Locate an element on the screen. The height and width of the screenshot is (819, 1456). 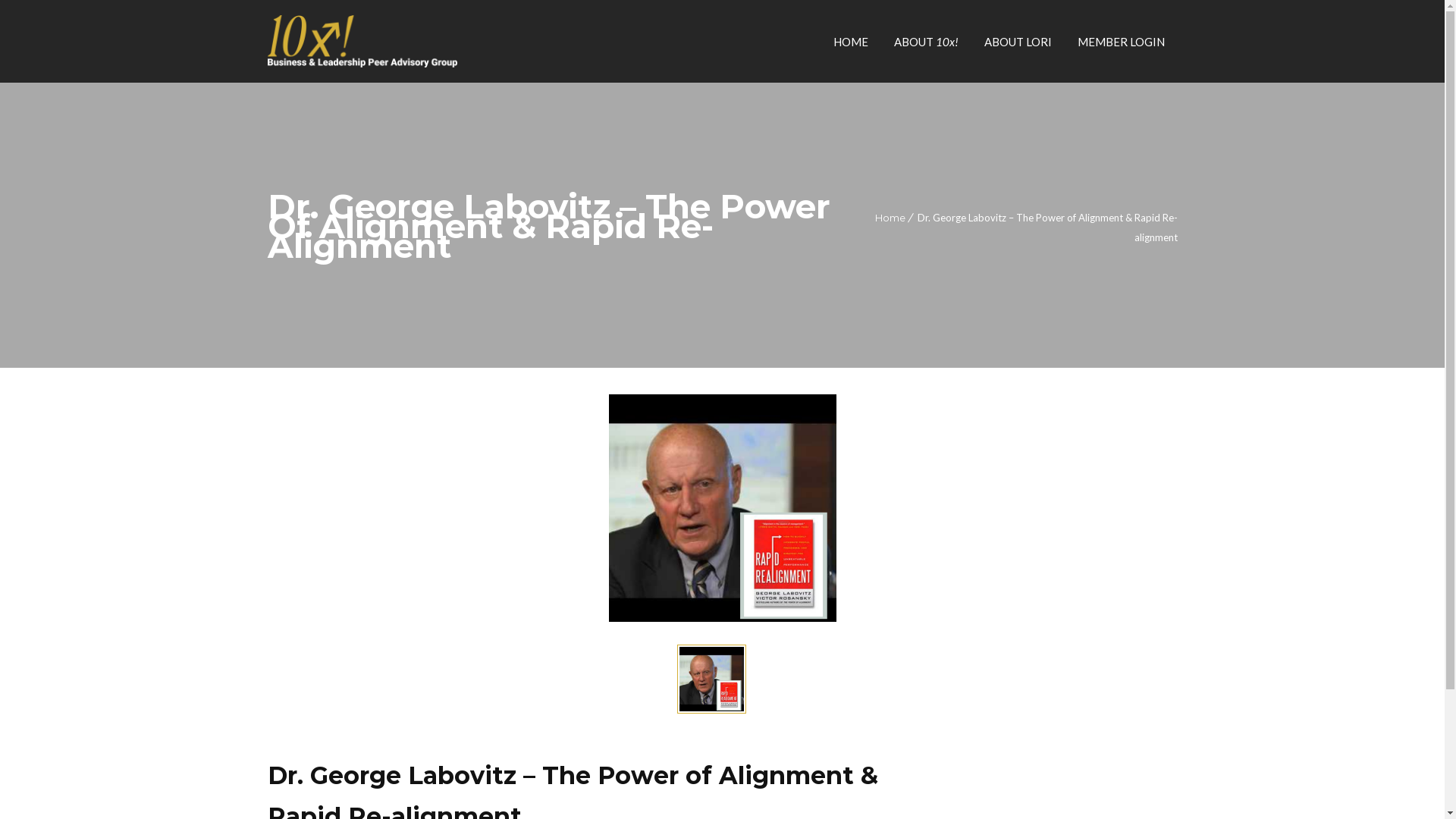
'10x! Peers' is located at coordinates (360, 40).